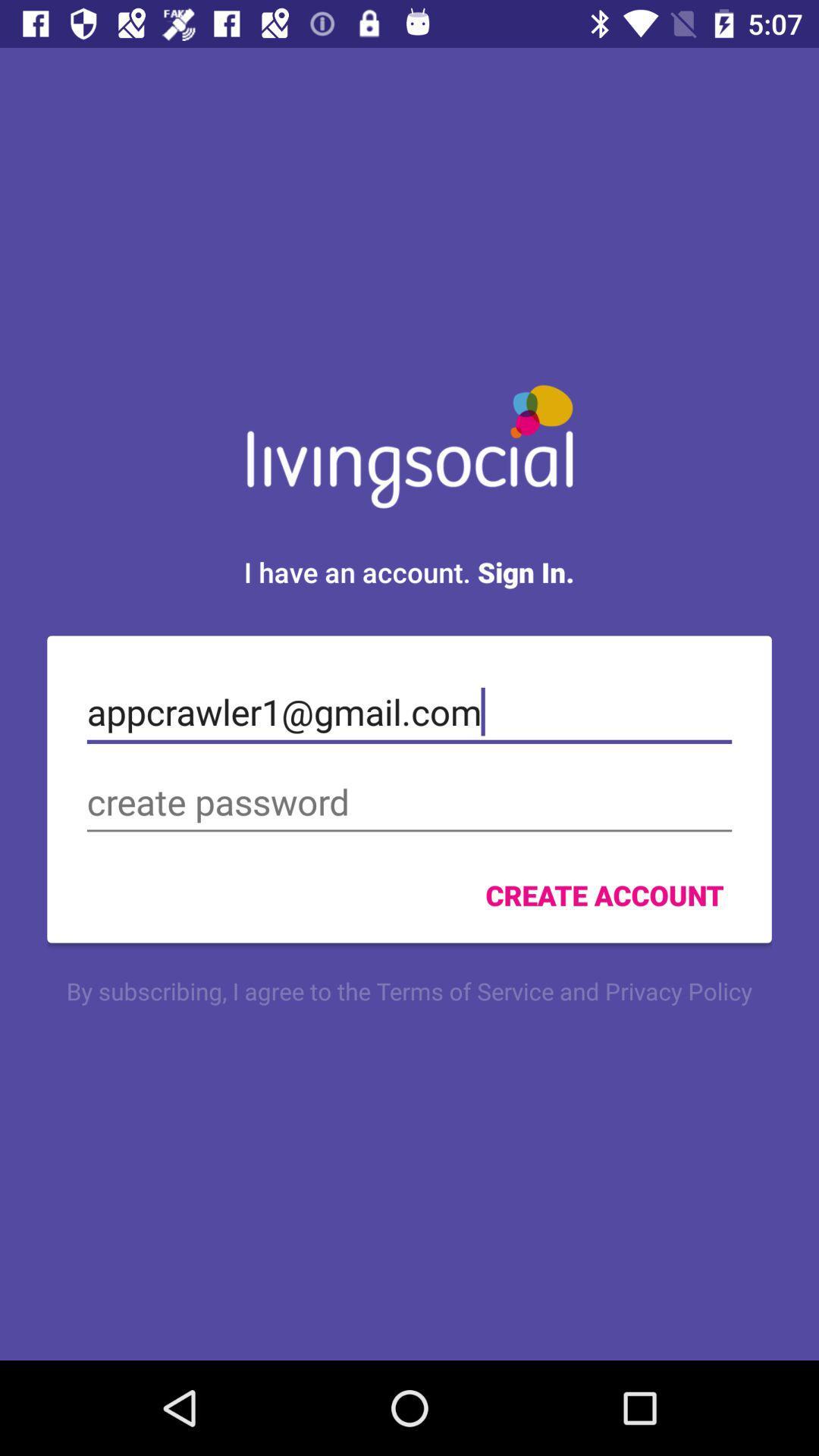  Describe the element at coordinates (409, 802) in the screenshot. I see `password` at that location.